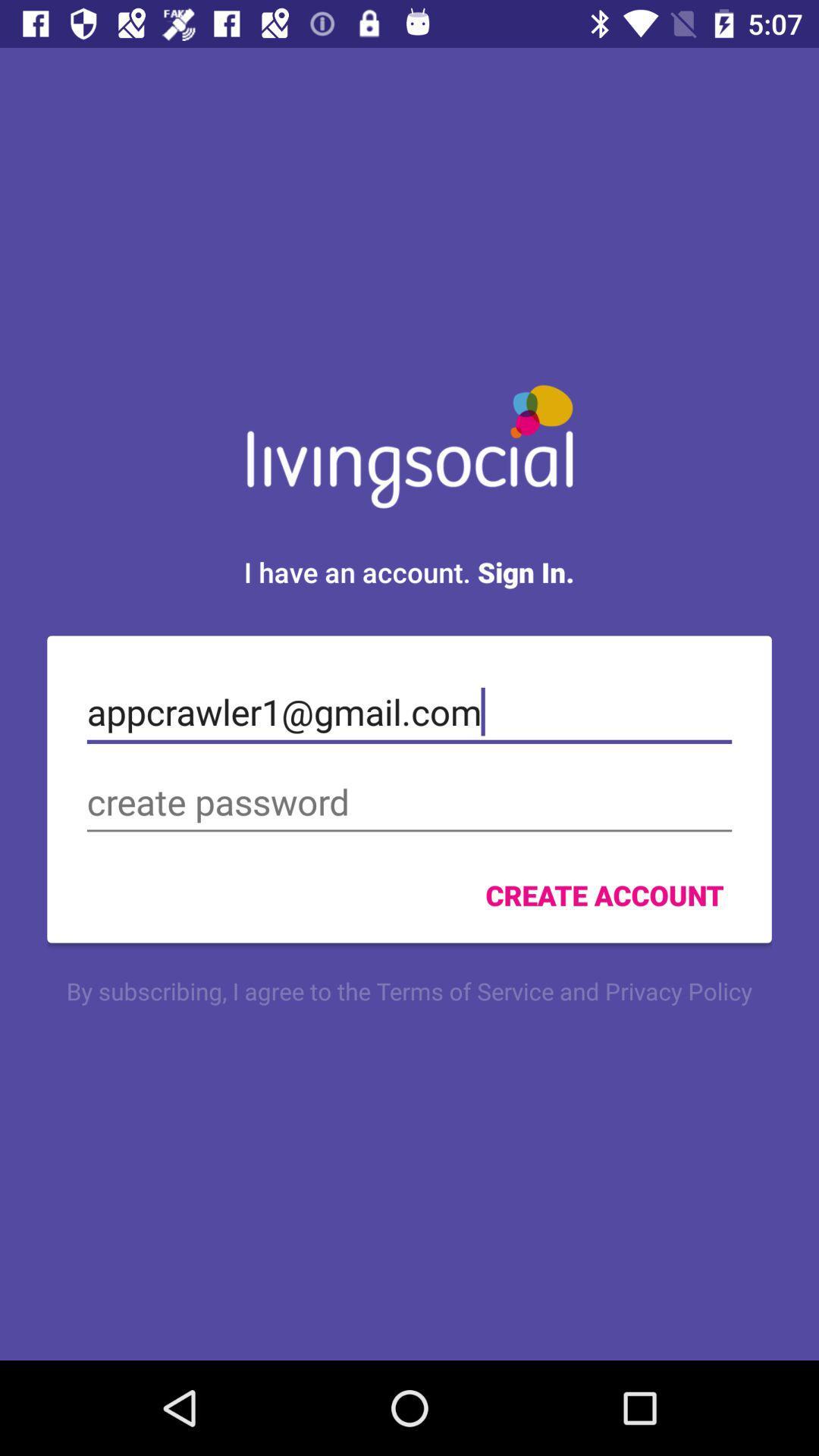  Describe the element at coordinates (409, 802) in the screenshot. I see `password` at that location.